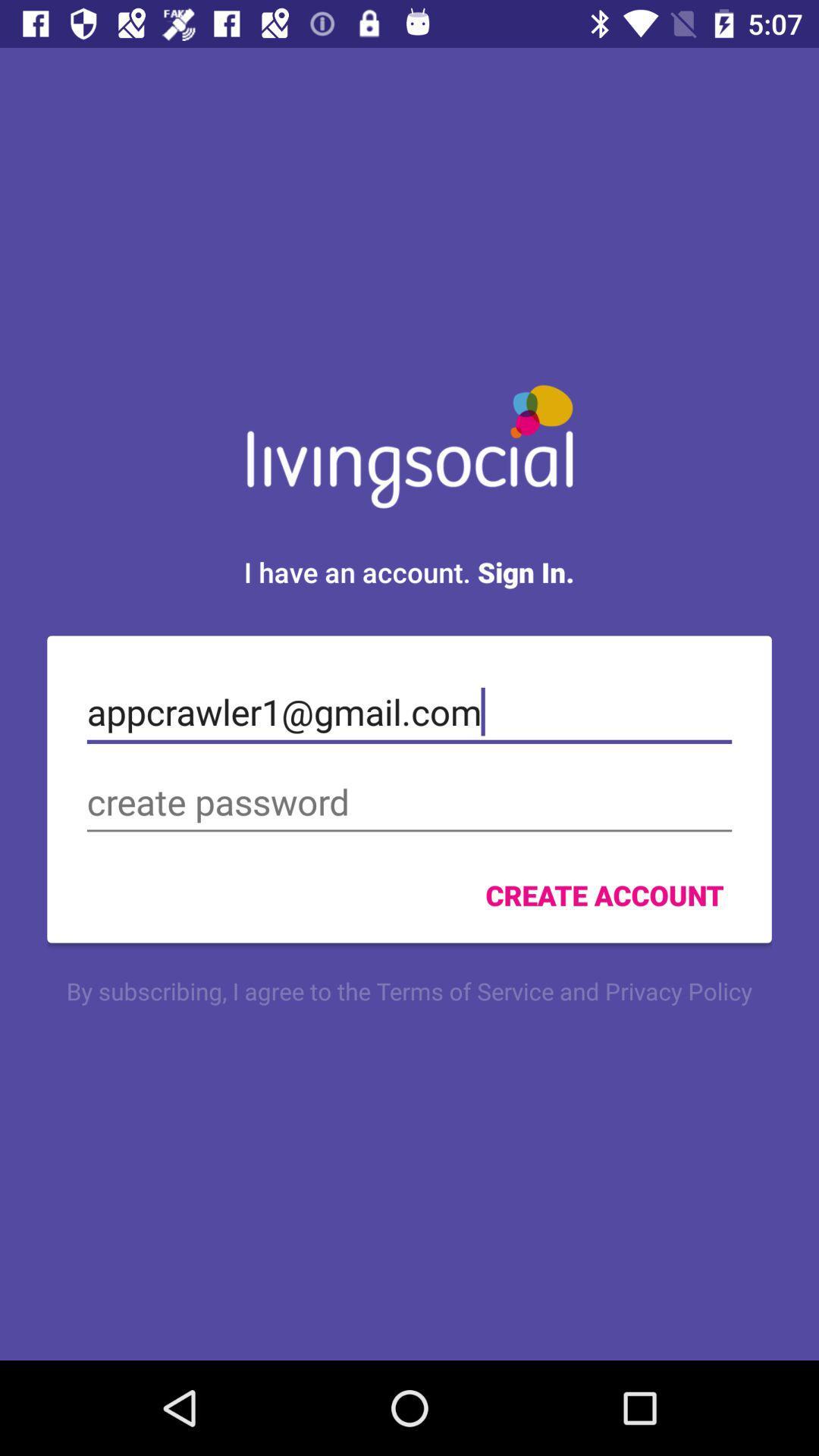  Describe the element at coordinates (409, 802) in the screenshot. I see `password` at that location.